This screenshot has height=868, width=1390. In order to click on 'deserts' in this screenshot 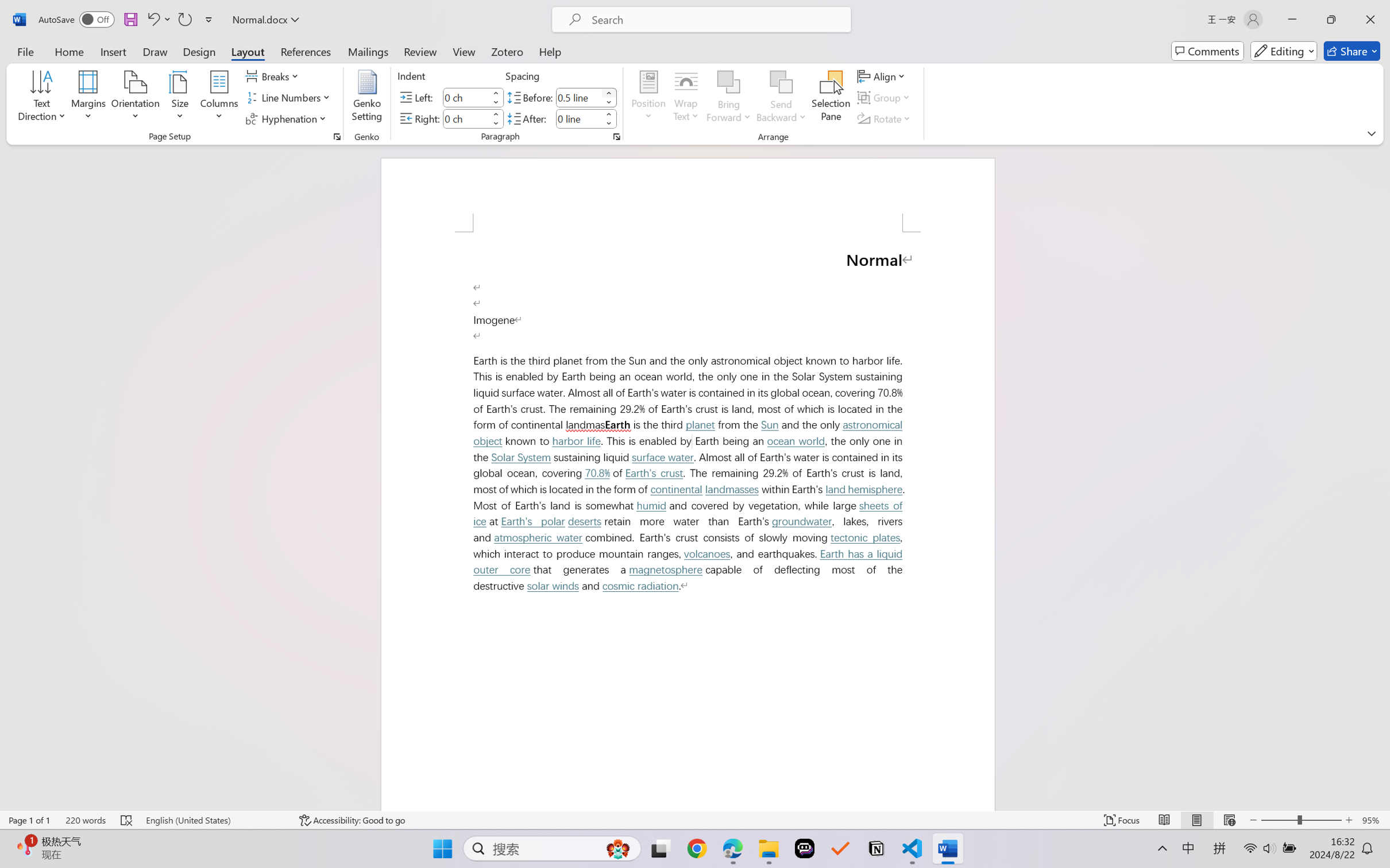, I will do `click(584, 520)`.